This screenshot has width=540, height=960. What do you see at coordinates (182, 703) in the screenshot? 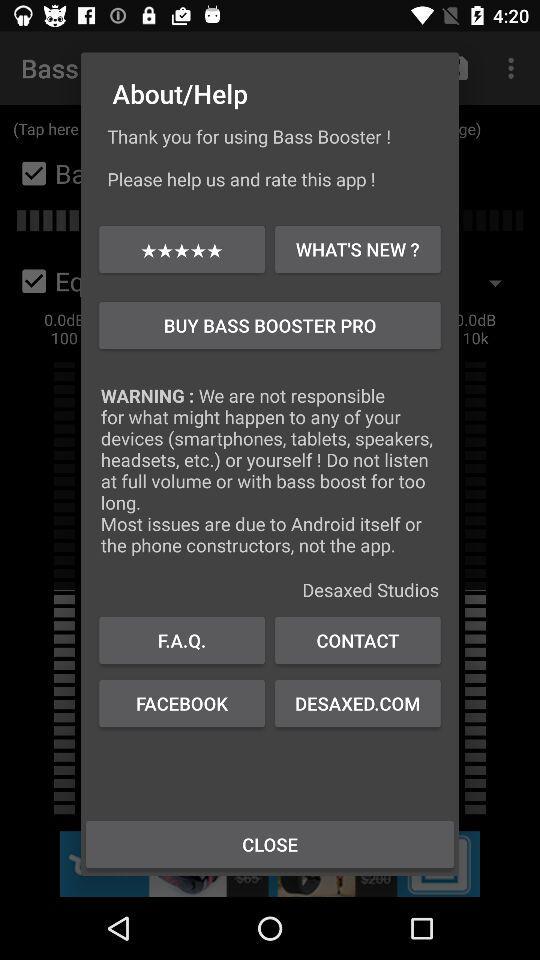
I see `the icon above close icon` at bounding box center [182, 703].